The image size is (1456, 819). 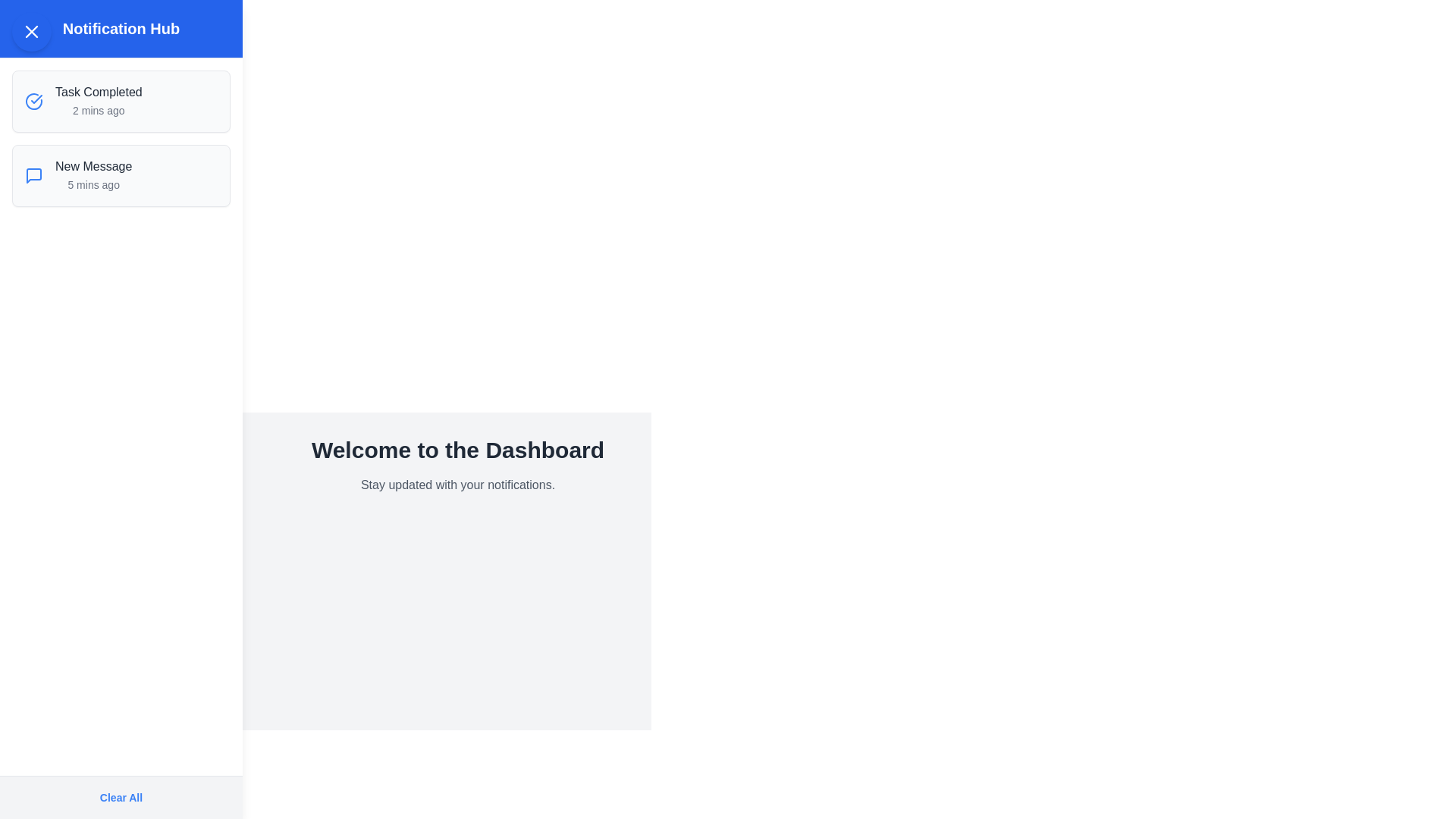 What do you see at coordinates (33, 102) in the screenshot?
I see `the circular icon with a blue stroke and checkmark, which signifies a completed task, located in the upper section of the notification panel next to the text 'Task Completed.'` at bounding box center [33, 102].